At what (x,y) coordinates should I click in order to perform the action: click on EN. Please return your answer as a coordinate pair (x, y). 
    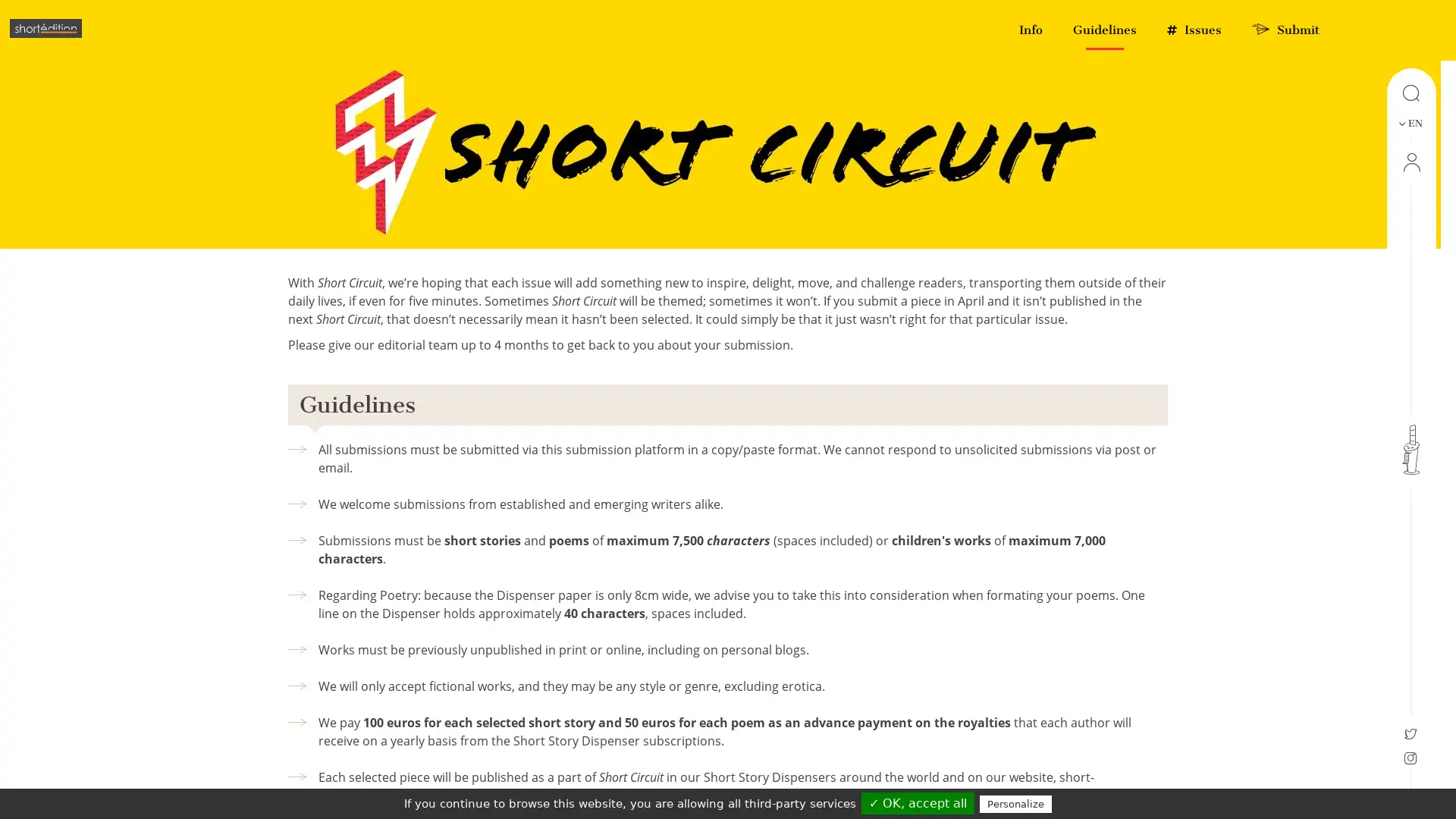
    Looking at the image, I should click on (1409, 122).